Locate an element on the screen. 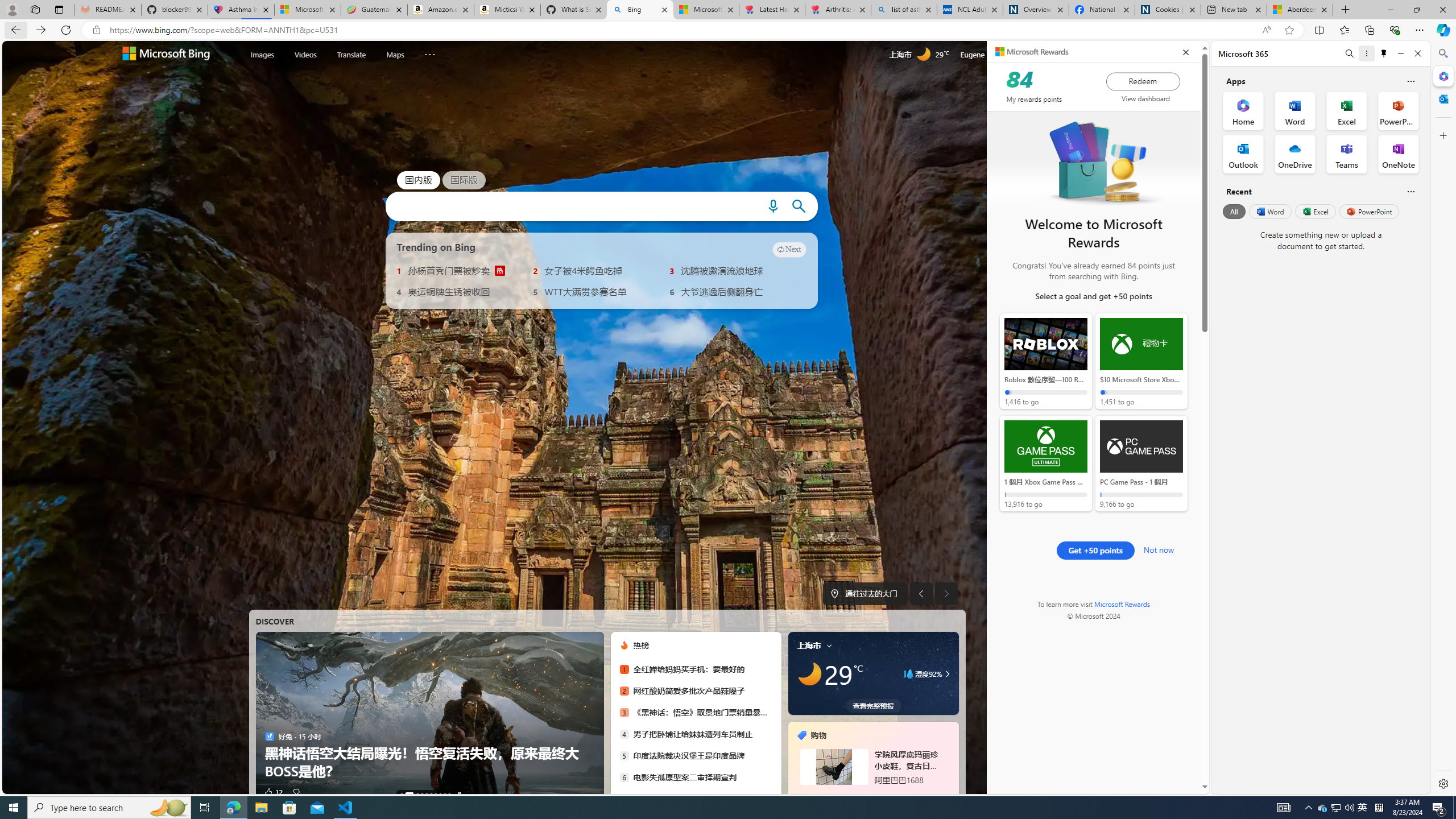  'Videos' is located at coordinates (305, 54).